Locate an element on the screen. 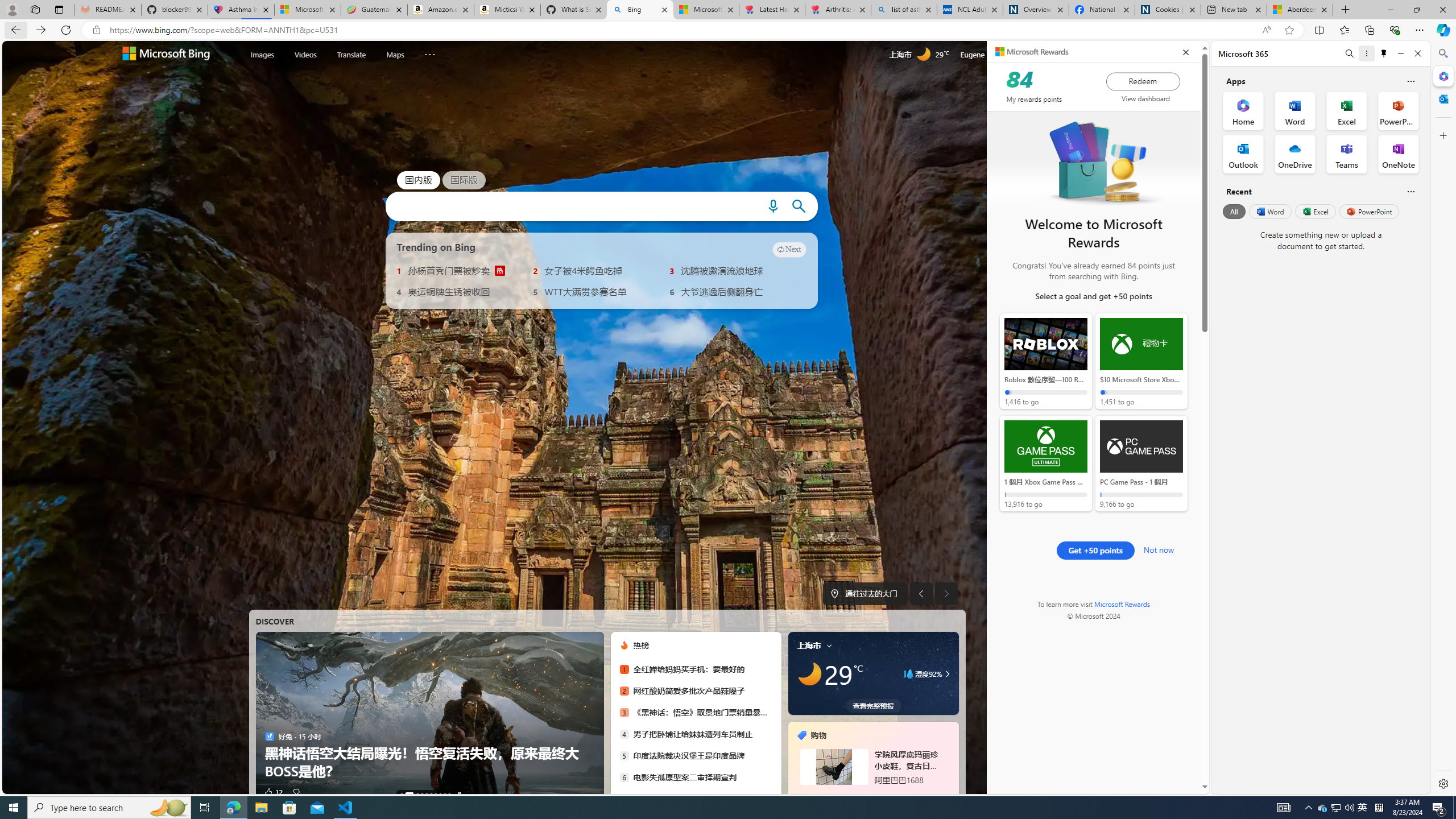  'Videos' is located at coordinates (305, 54).